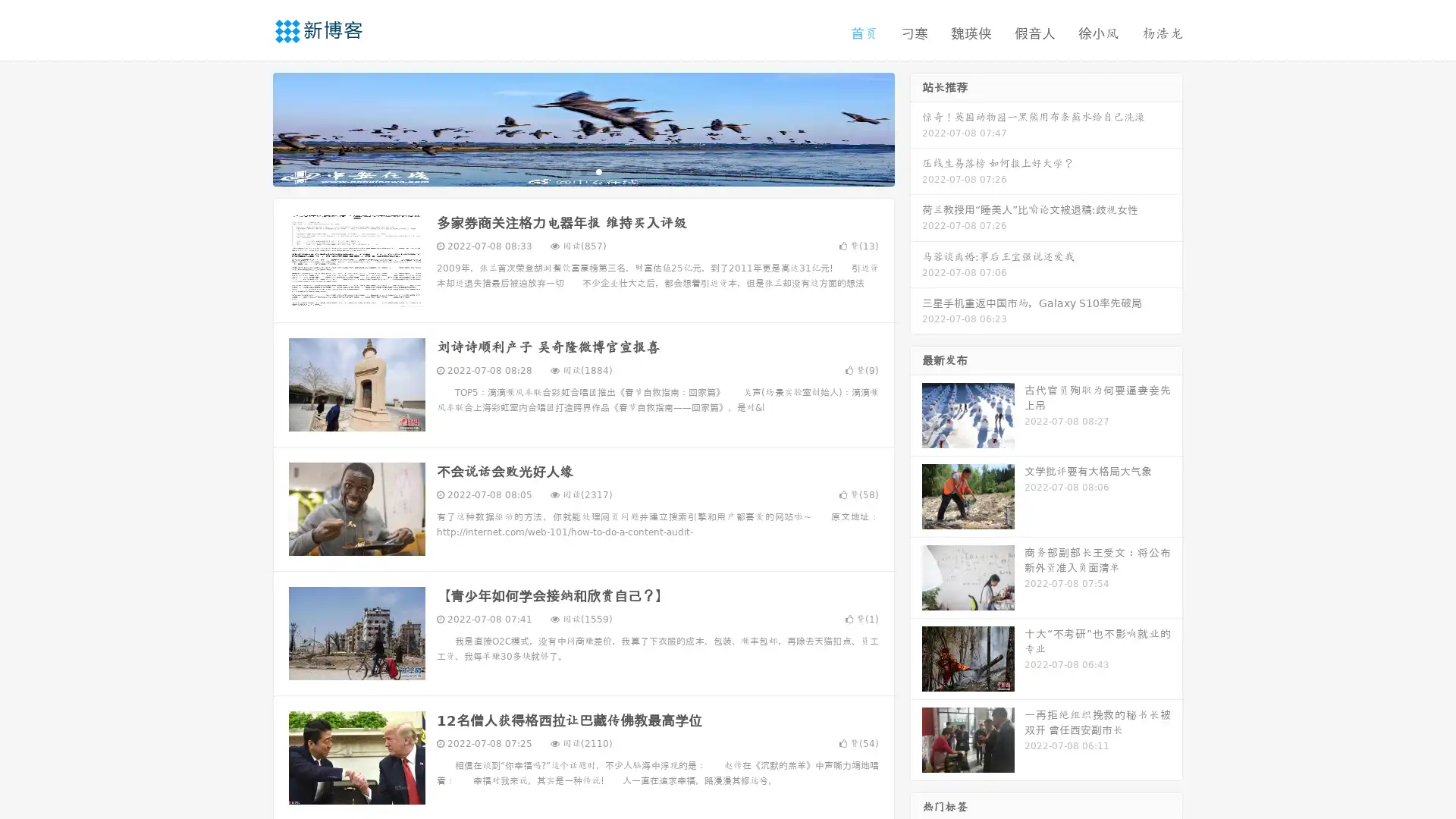 This screenshot has width=1456, height=819. I want to click on Next slide, so click(916, 127).